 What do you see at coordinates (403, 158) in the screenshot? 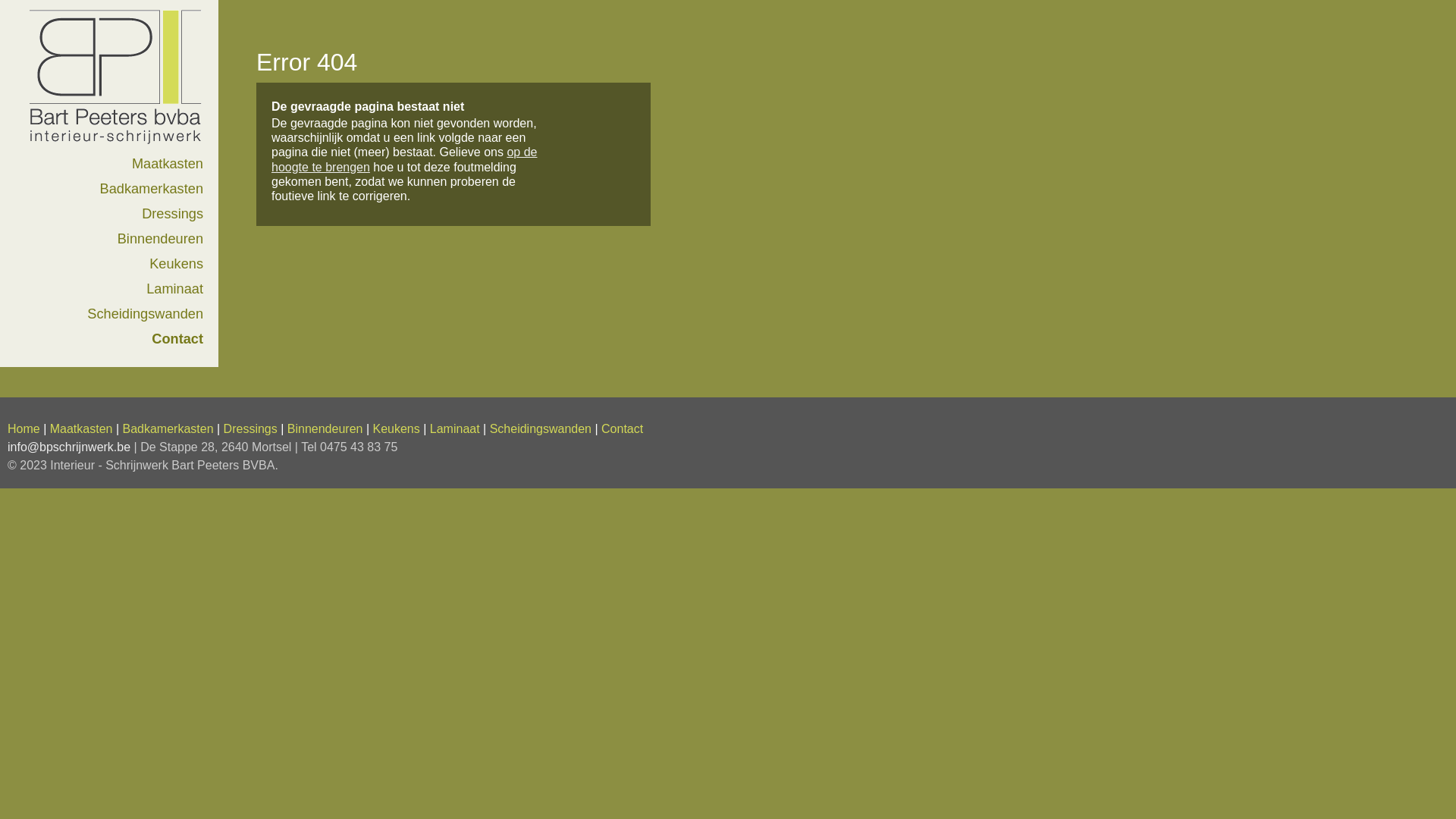
I see `'op de hoogte te brengen'` at bounding box center [403, 158].